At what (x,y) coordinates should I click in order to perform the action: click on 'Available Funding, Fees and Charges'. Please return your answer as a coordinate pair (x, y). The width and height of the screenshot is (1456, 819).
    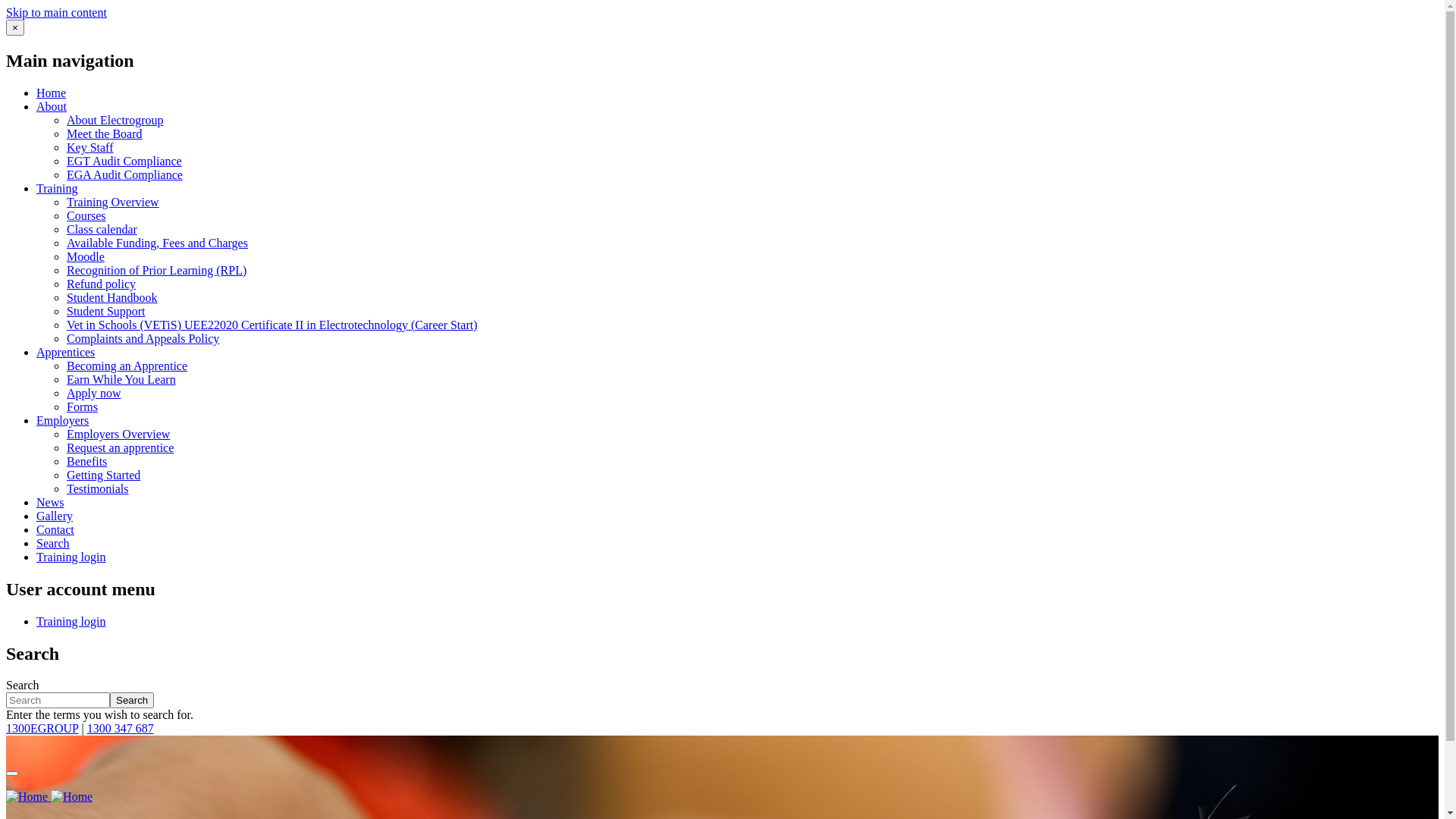
    Looking at the image, I should click on (157, 242).